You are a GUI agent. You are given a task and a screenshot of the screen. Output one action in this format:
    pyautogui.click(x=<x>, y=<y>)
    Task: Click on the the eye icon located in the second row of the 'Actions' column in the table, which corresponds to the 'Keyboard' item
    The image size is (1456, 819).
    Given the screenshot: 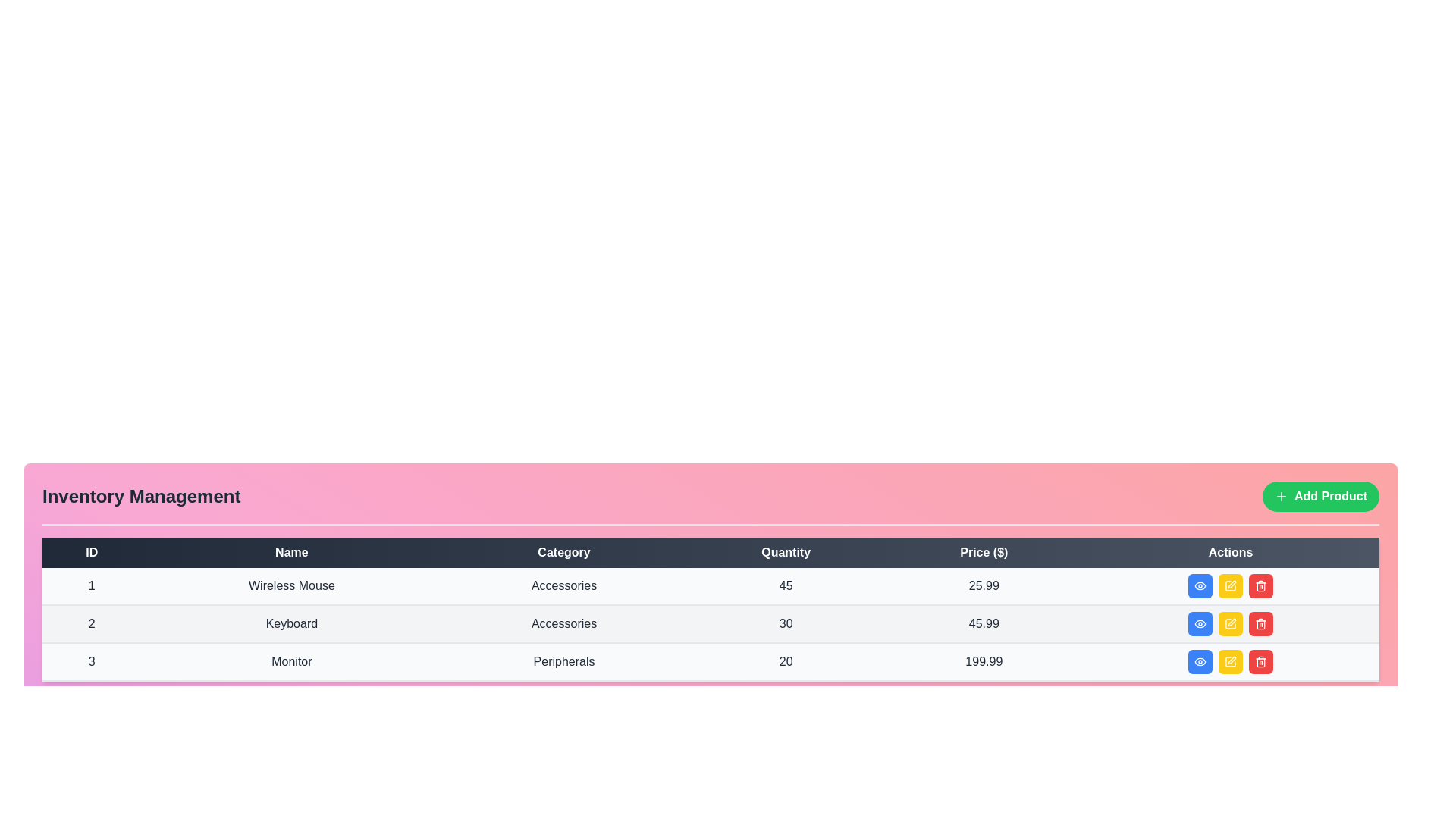 What is the action you would take?
    pyautogui.click(x=1200, y=623)
    